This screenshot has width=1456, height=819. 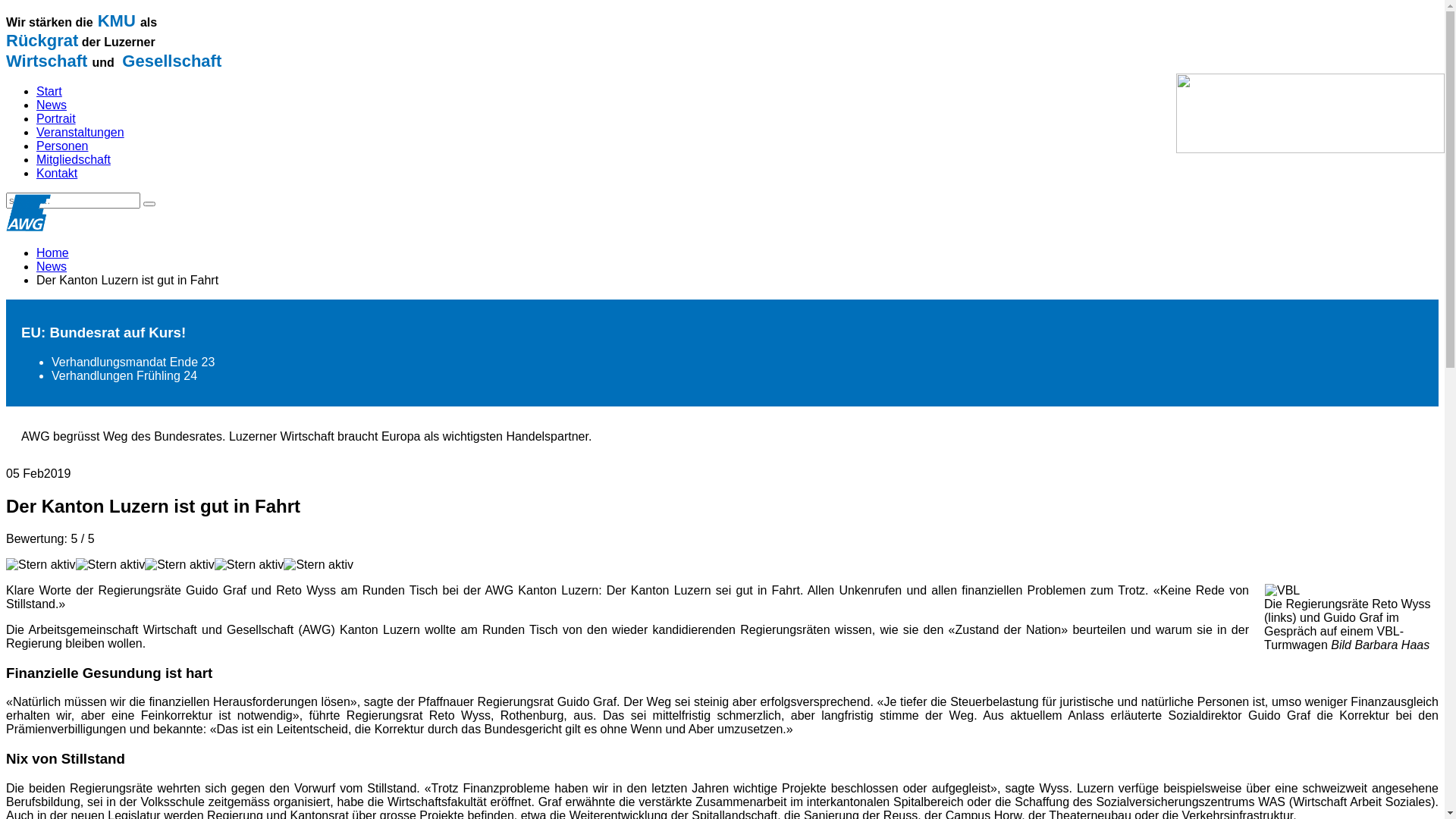 I want to click on 'Veranstaltungen', so click(x=79, y=131).